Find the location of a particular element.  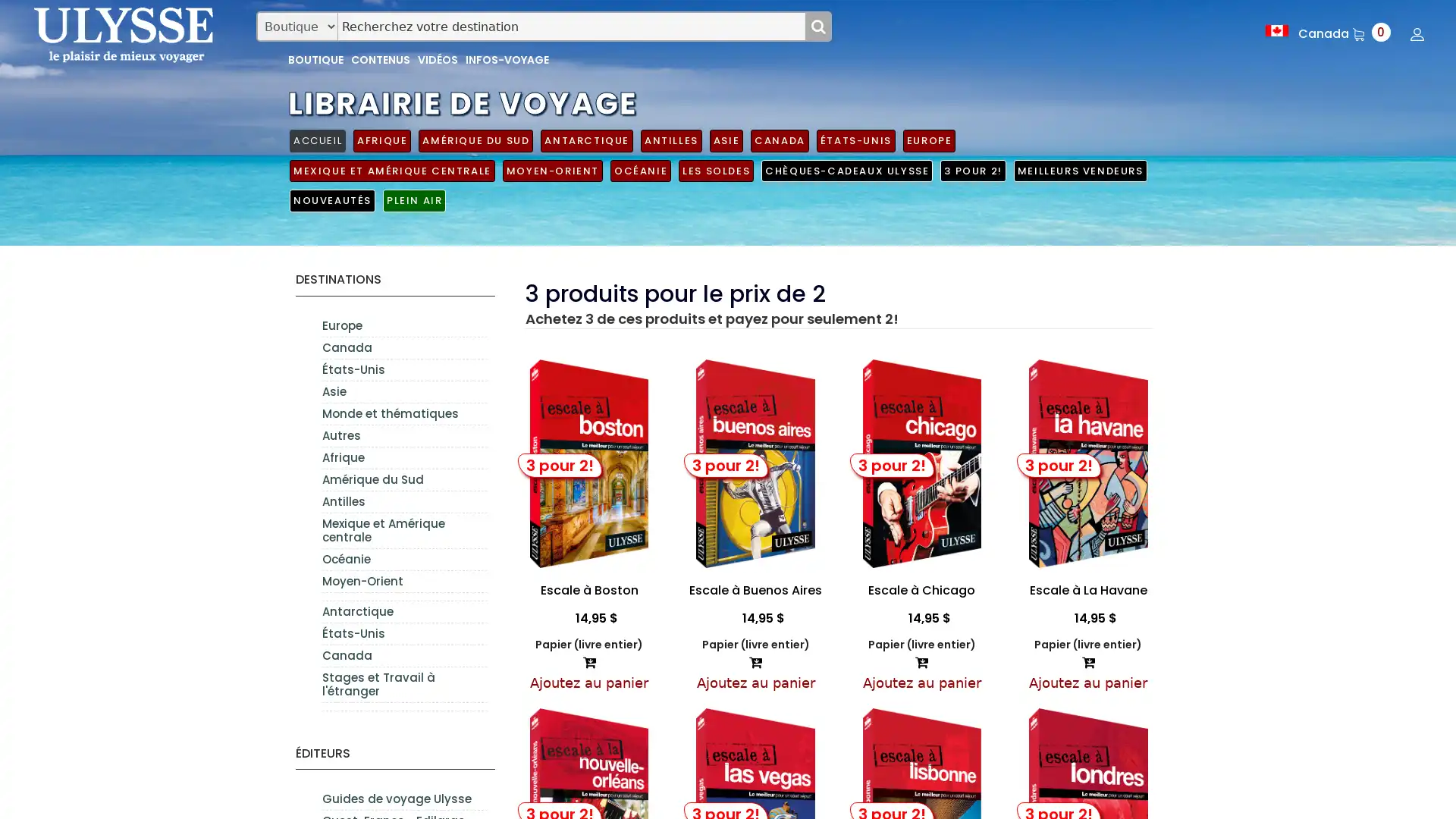

ANTARCTIQUE is located at coordinates (585, 140).